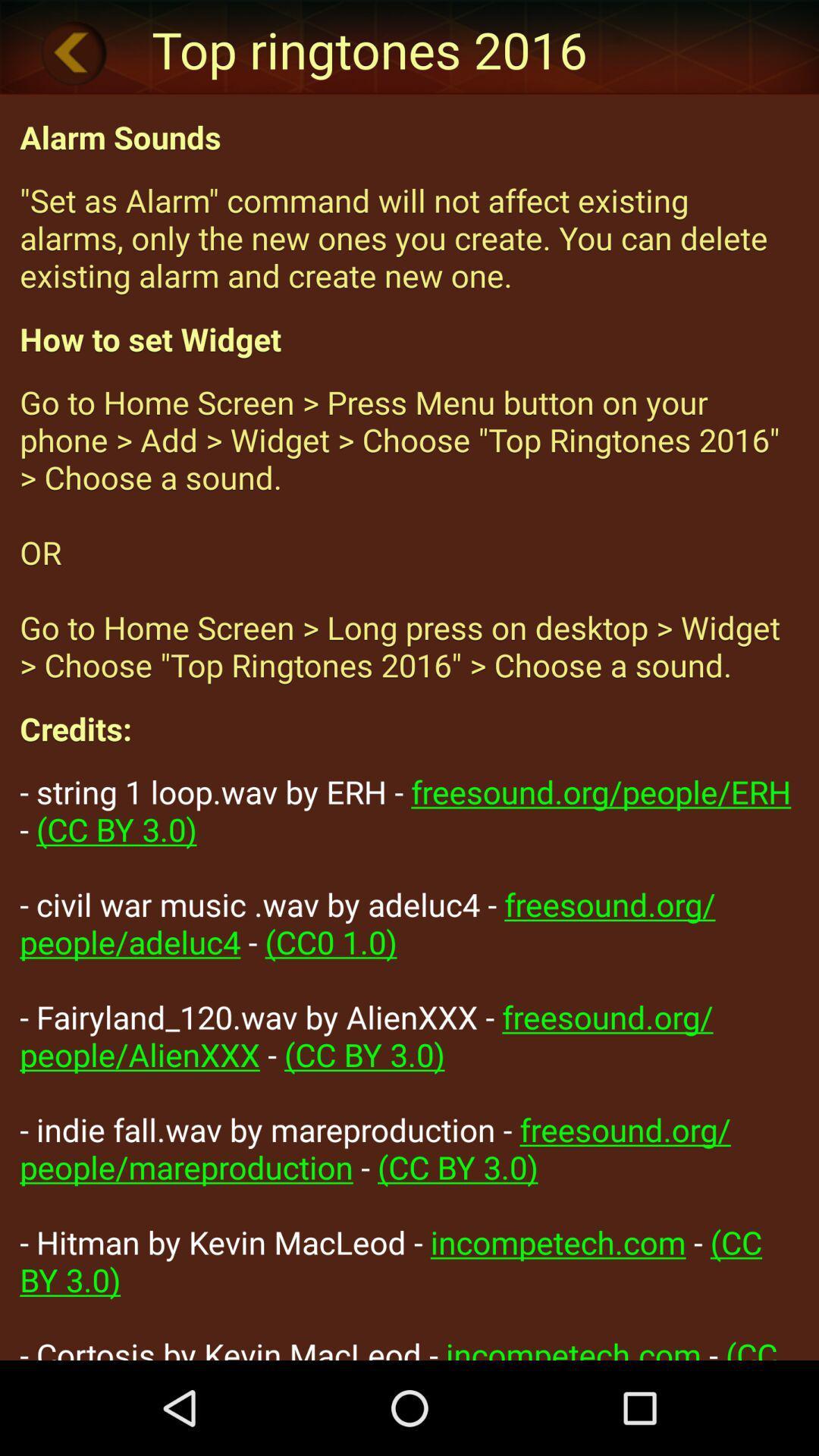 The height and width of the screenshot is (1456, 819). Describe the element at coordinates (74, 52) in the screenshot. I see `button at the top left corner` at that location.